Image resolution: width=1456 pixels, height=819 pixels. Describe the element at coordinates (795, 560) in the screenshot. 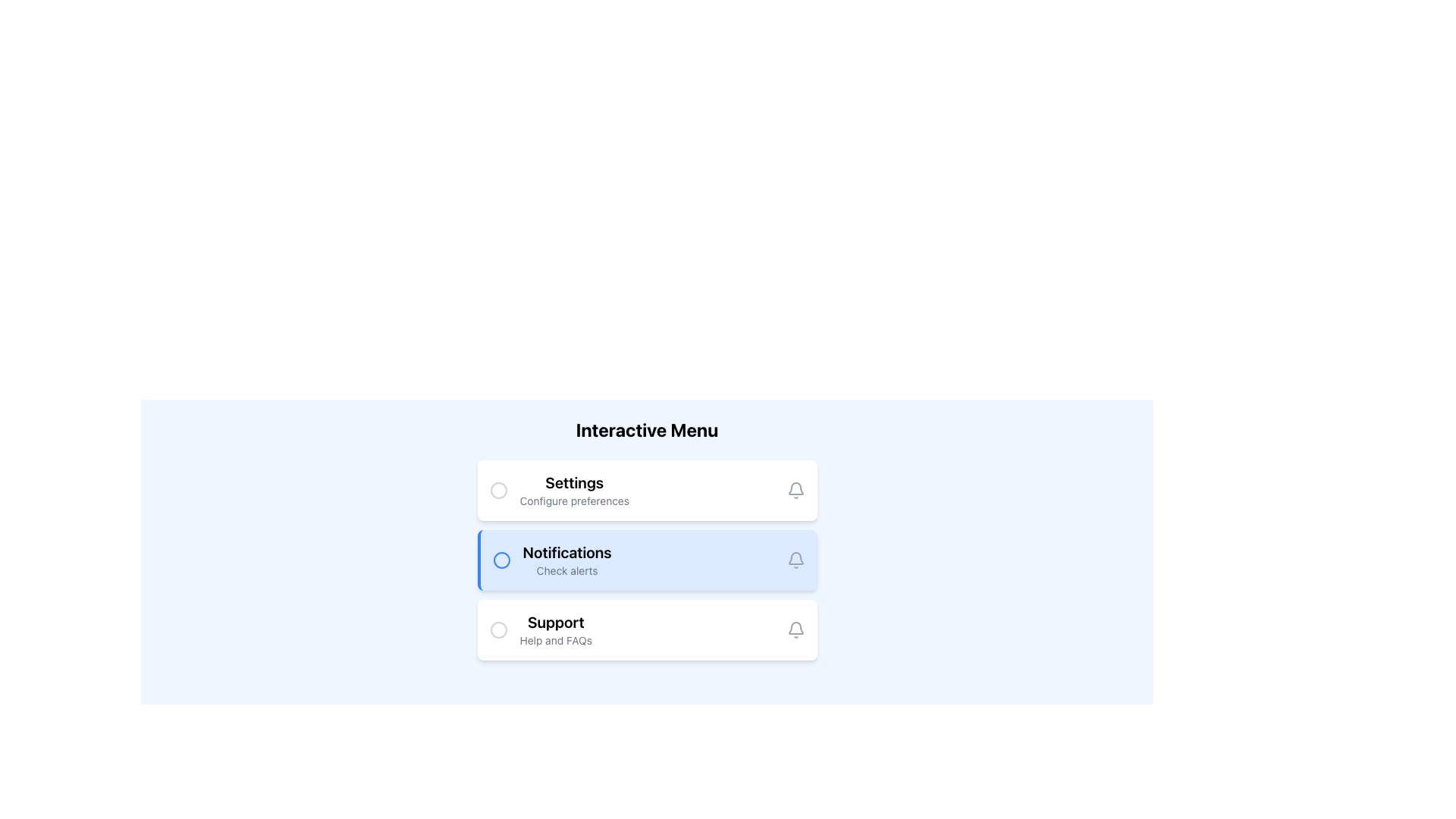

I see `the Notification Icon, which is a bell-shaped icon located next to the text 'Notifications' in the user interface menu` at that location.